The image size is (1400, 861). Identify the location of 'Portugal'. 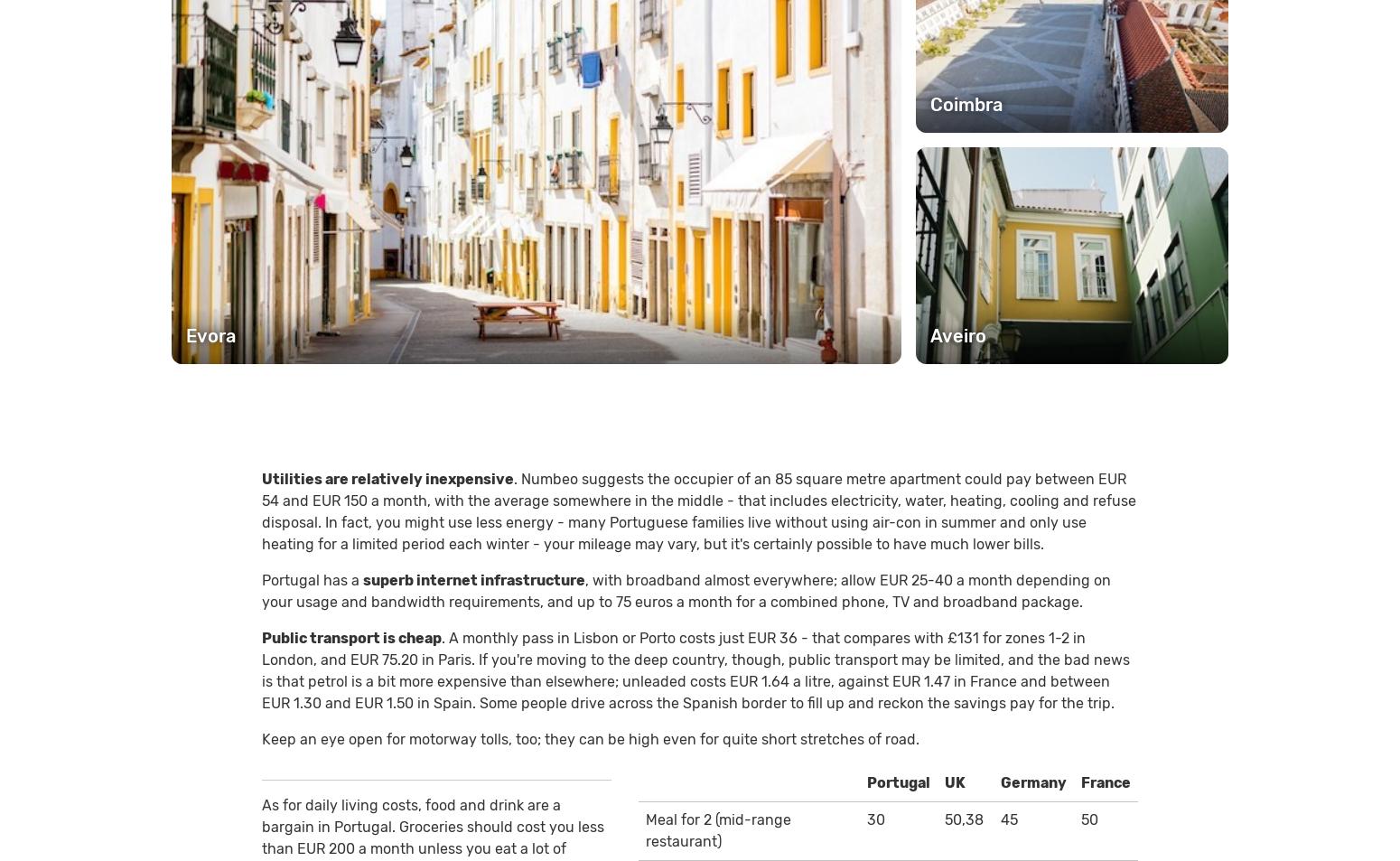
(897, 781).